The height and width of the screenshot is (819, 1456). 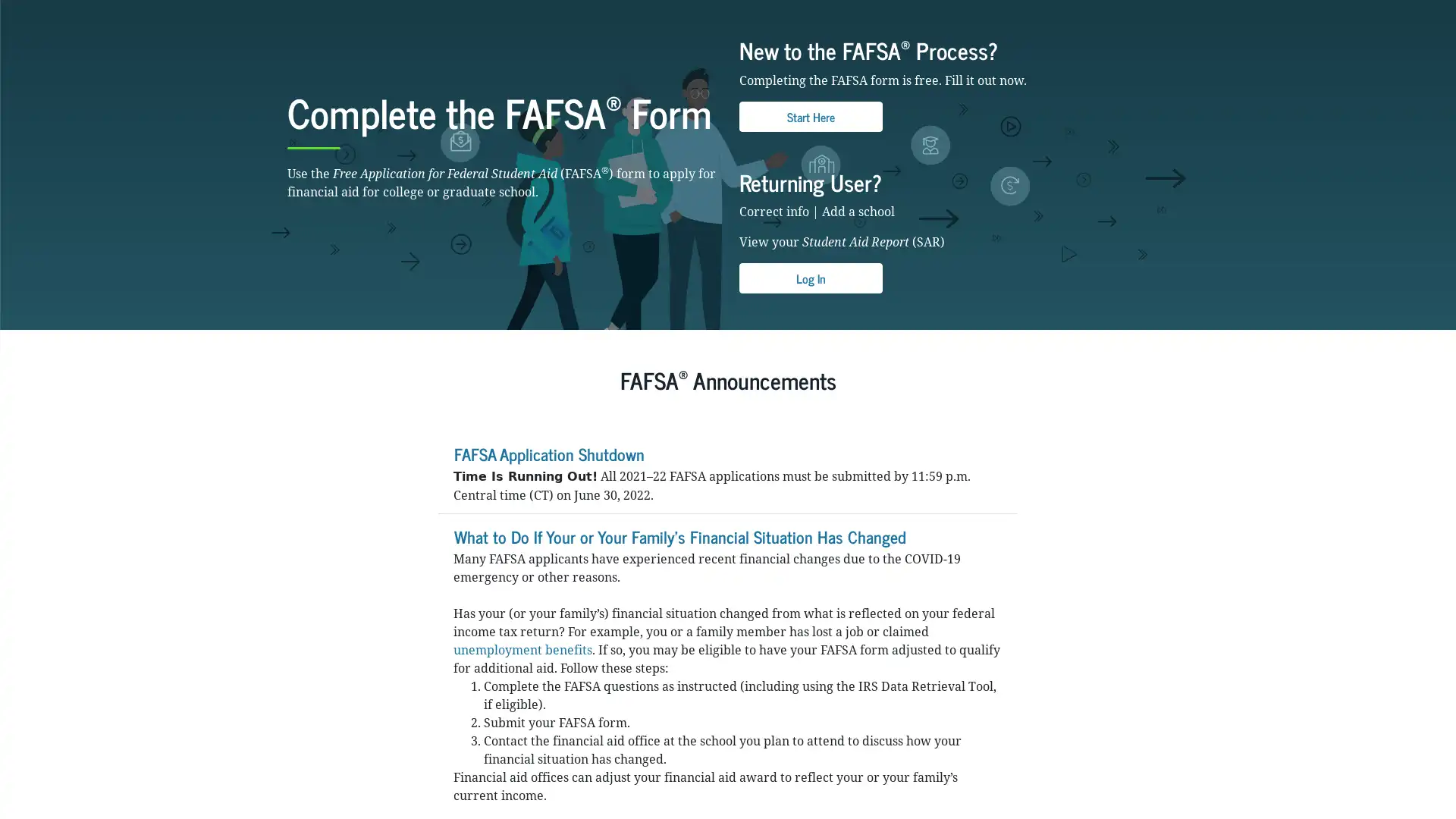 What do you see at coordinates (1117, 11) in the screenshot?
I see `English |` at bounding box center [1117, 11].